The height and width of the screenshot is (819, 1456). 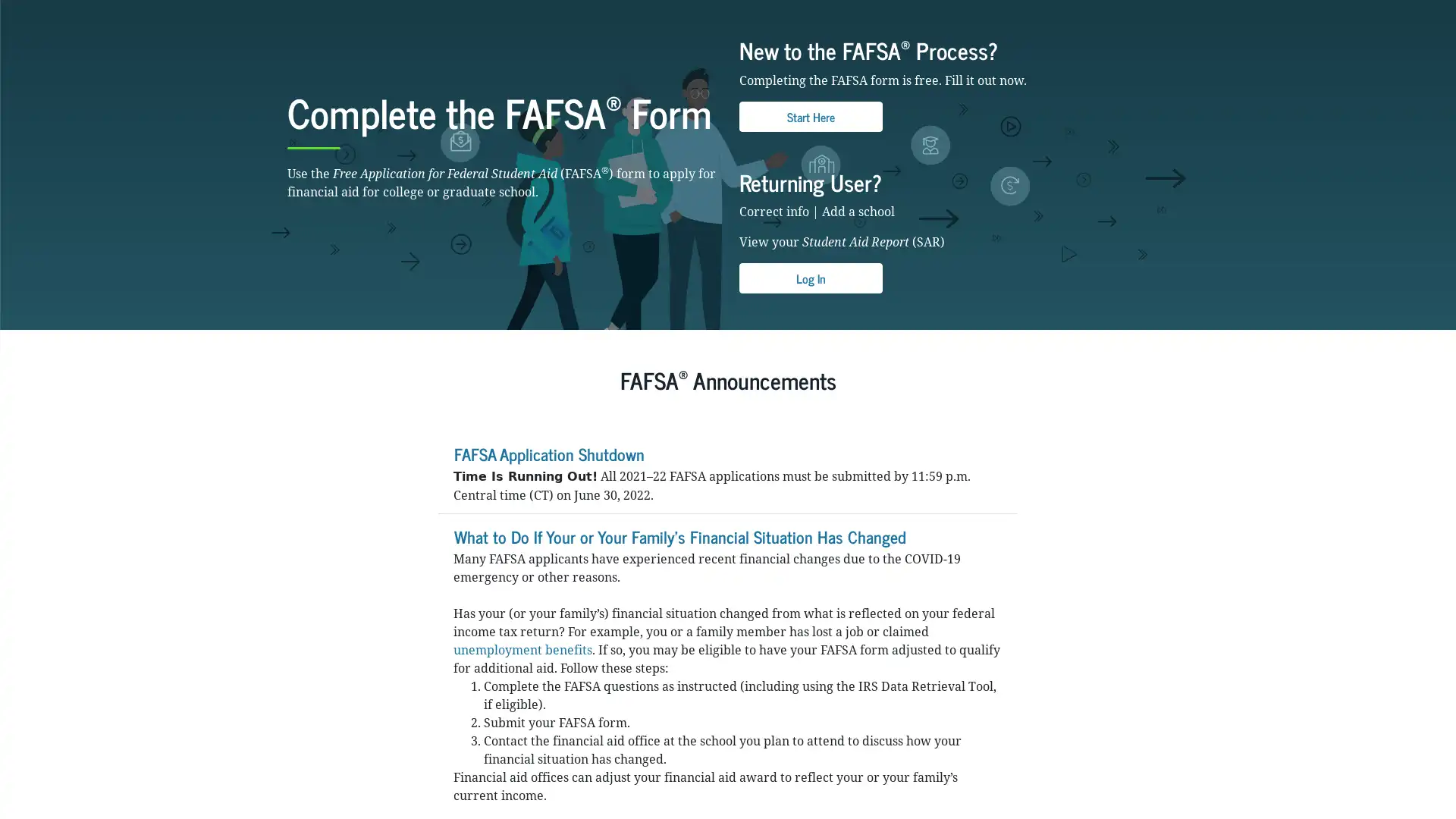 What do you see at coordinates (1117, 11) in the screenshot?
I see `English |` at bounding box center [1117, 11].